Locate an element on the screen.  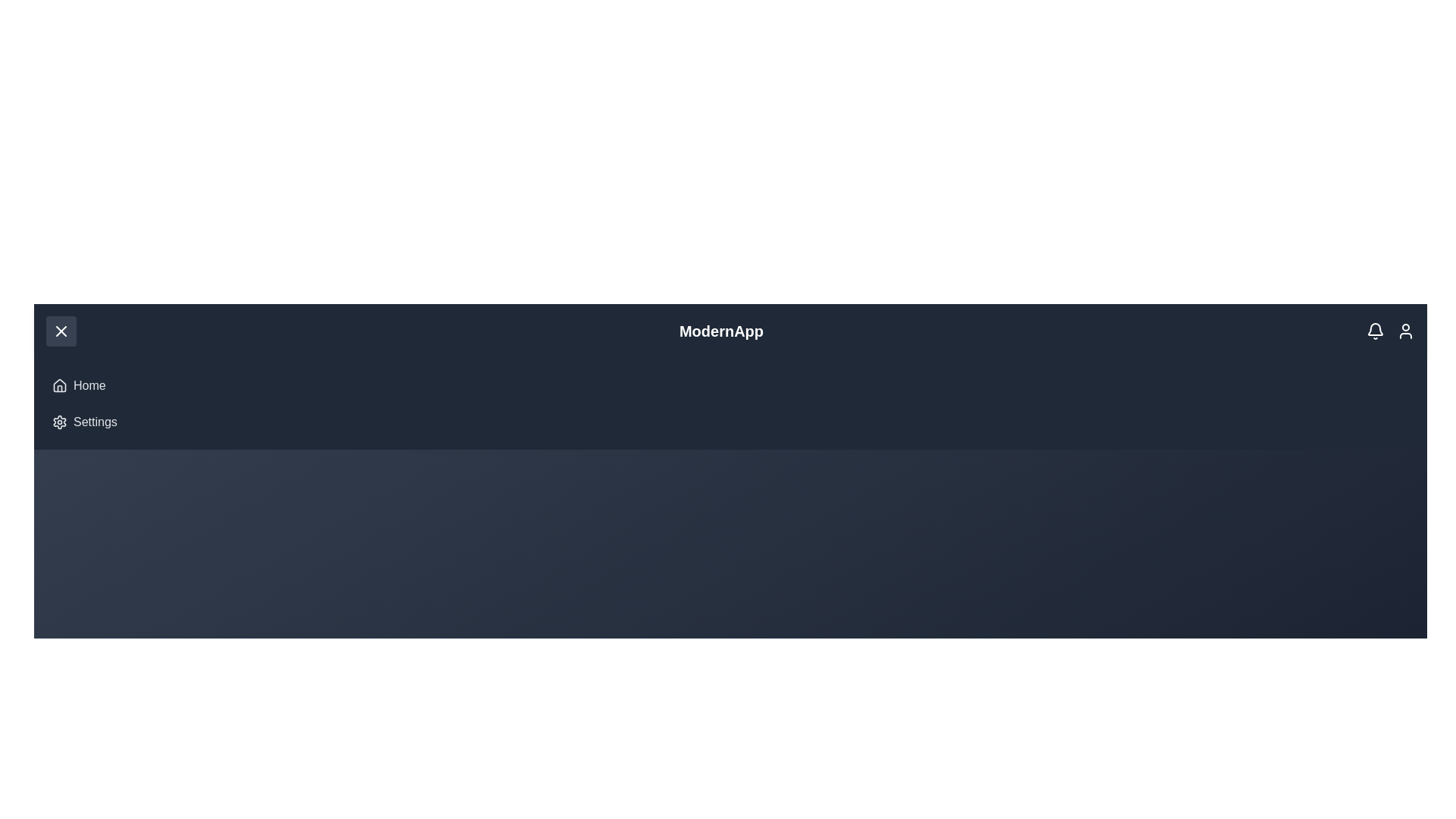
the menu button to toggle the menu open/close state is located at coordinates (61, 330).